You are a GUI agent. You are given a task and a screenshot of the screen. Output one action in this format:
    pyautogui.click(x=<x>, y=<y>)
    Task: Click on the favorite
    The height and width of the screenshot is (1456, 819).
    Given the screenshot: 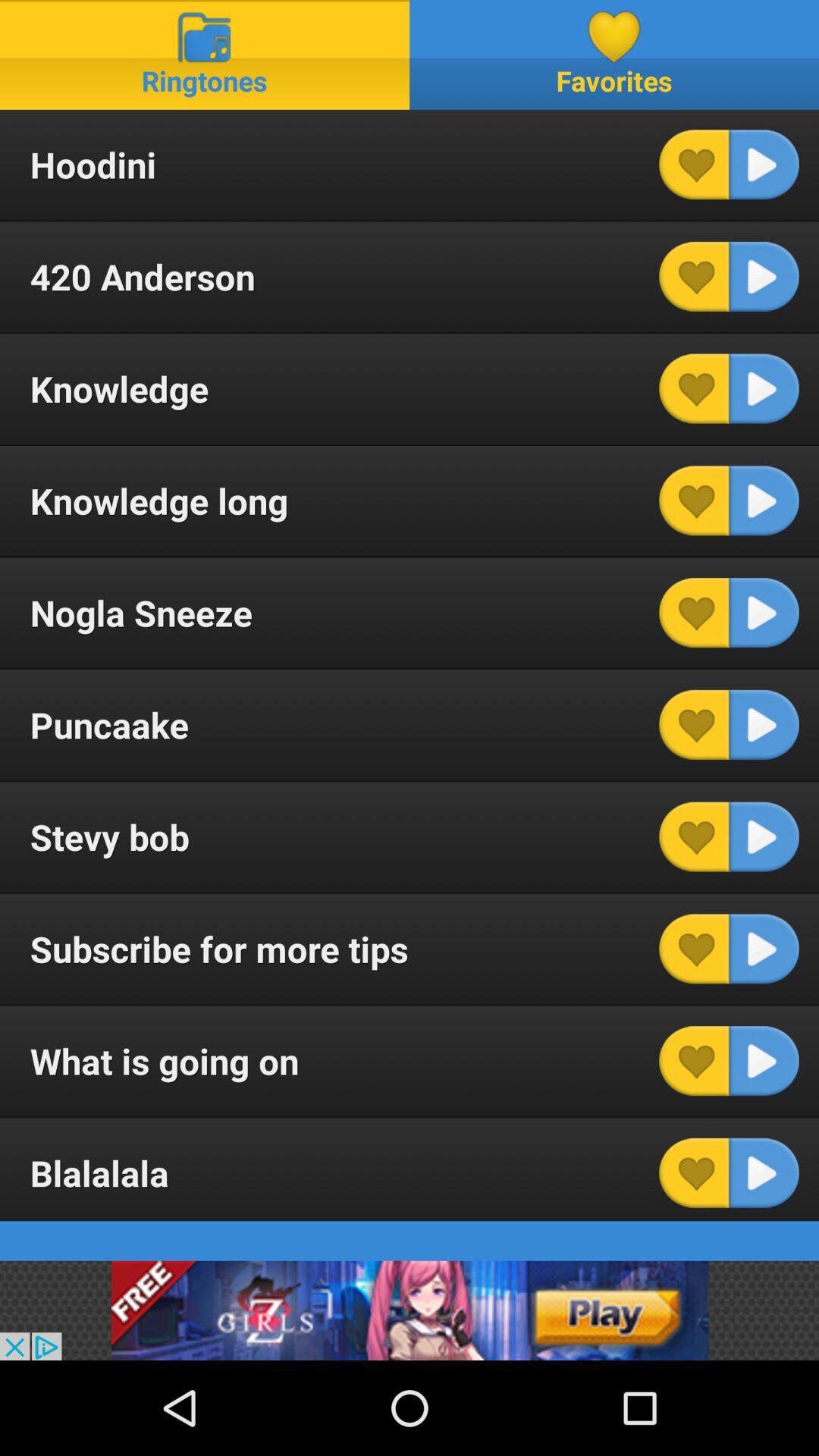 What is the action you would take?
    pyautogui.click(x=694, y=1060)
    